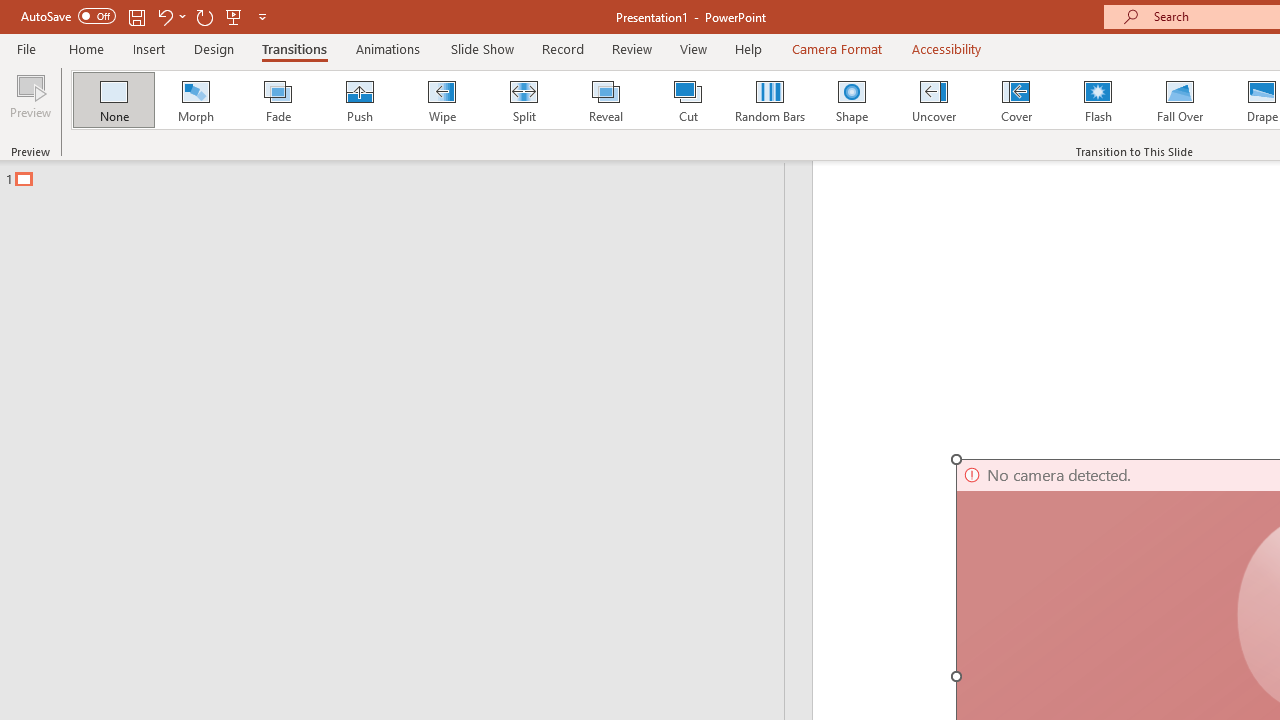 The image size is (1280, 720). What do you see at coordinates (144, 16) in the screenshot?
I see `'Quick Access Toolbar'` at bounding box center [144, 16].